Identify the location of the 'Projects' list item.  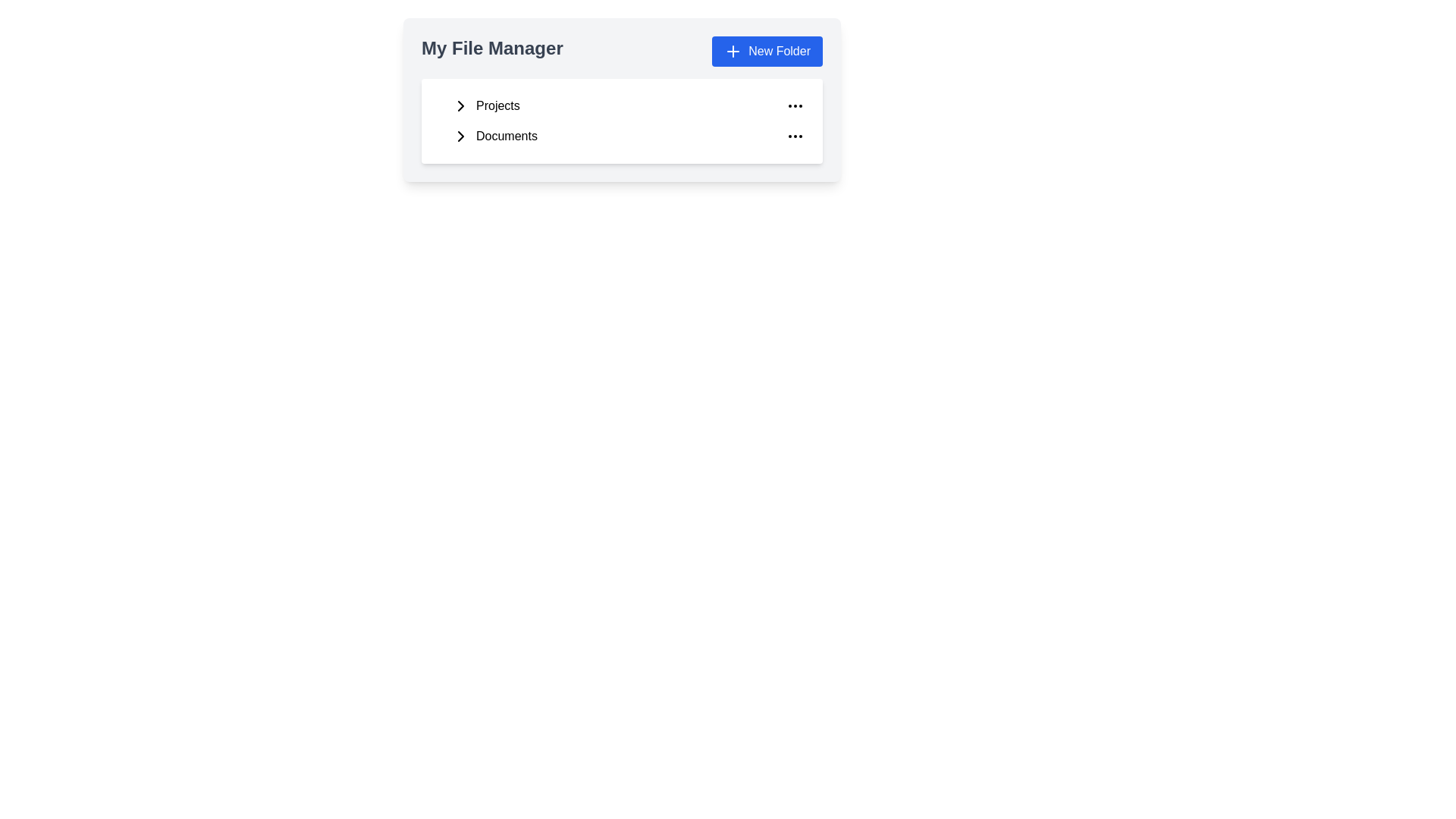
(622, 105).